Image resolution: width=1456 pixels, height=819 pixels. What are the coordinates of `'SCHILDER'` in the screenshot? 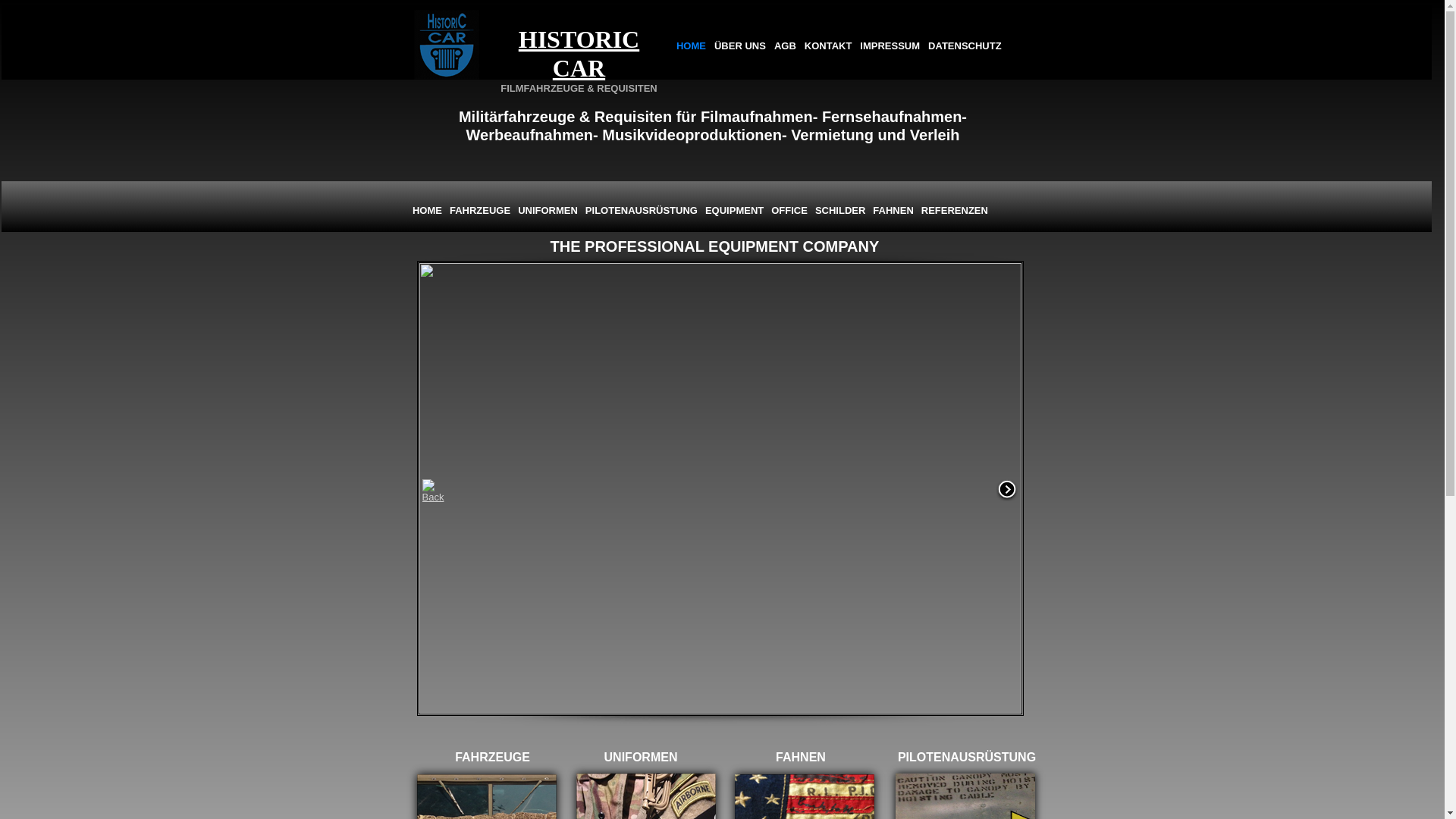 It's located at (839, 210).